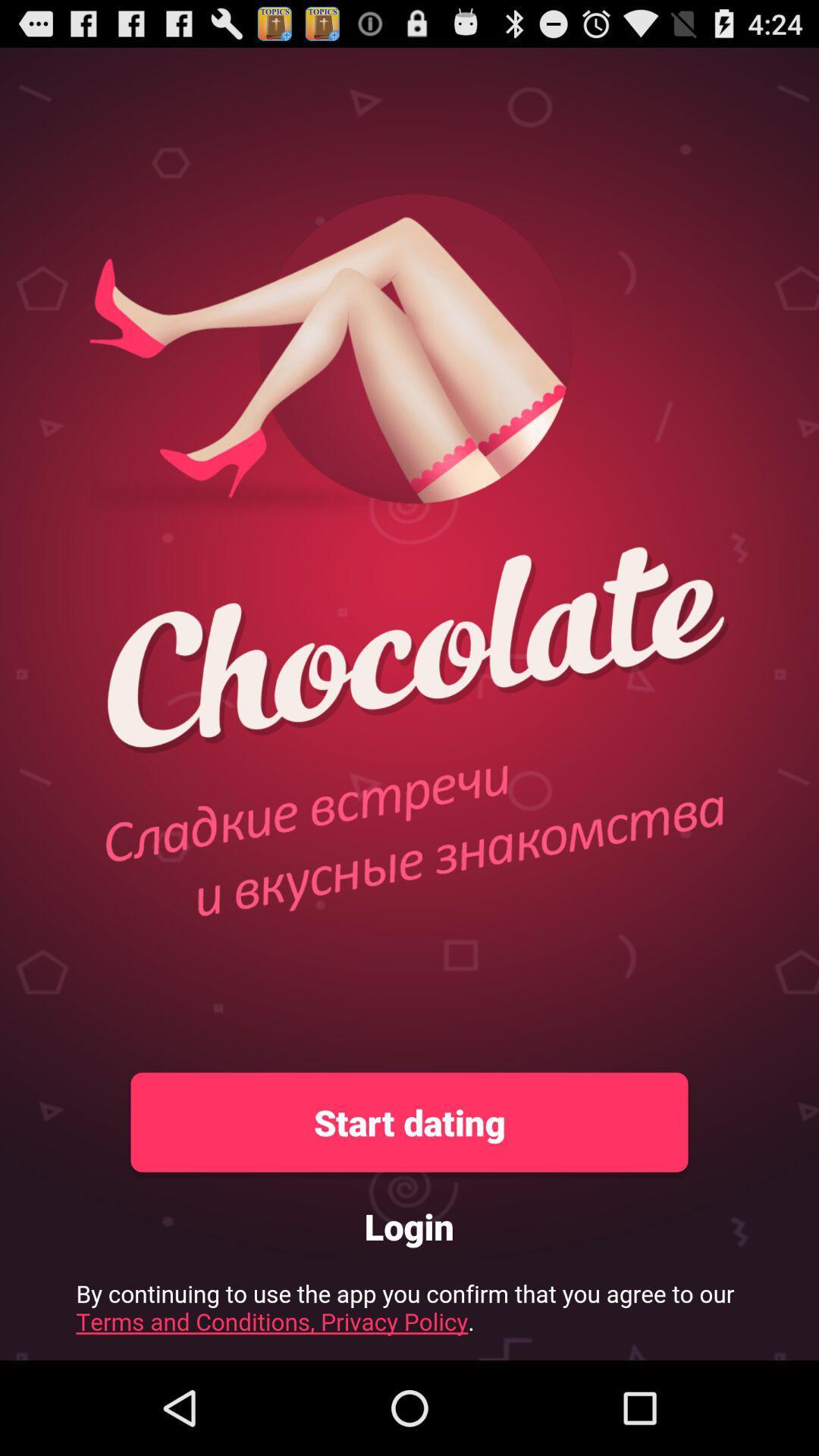 The image size is (819, 1456). Describe the element at coordinates (409, 1312) in the screenshot. I see `advertisement` at that location.